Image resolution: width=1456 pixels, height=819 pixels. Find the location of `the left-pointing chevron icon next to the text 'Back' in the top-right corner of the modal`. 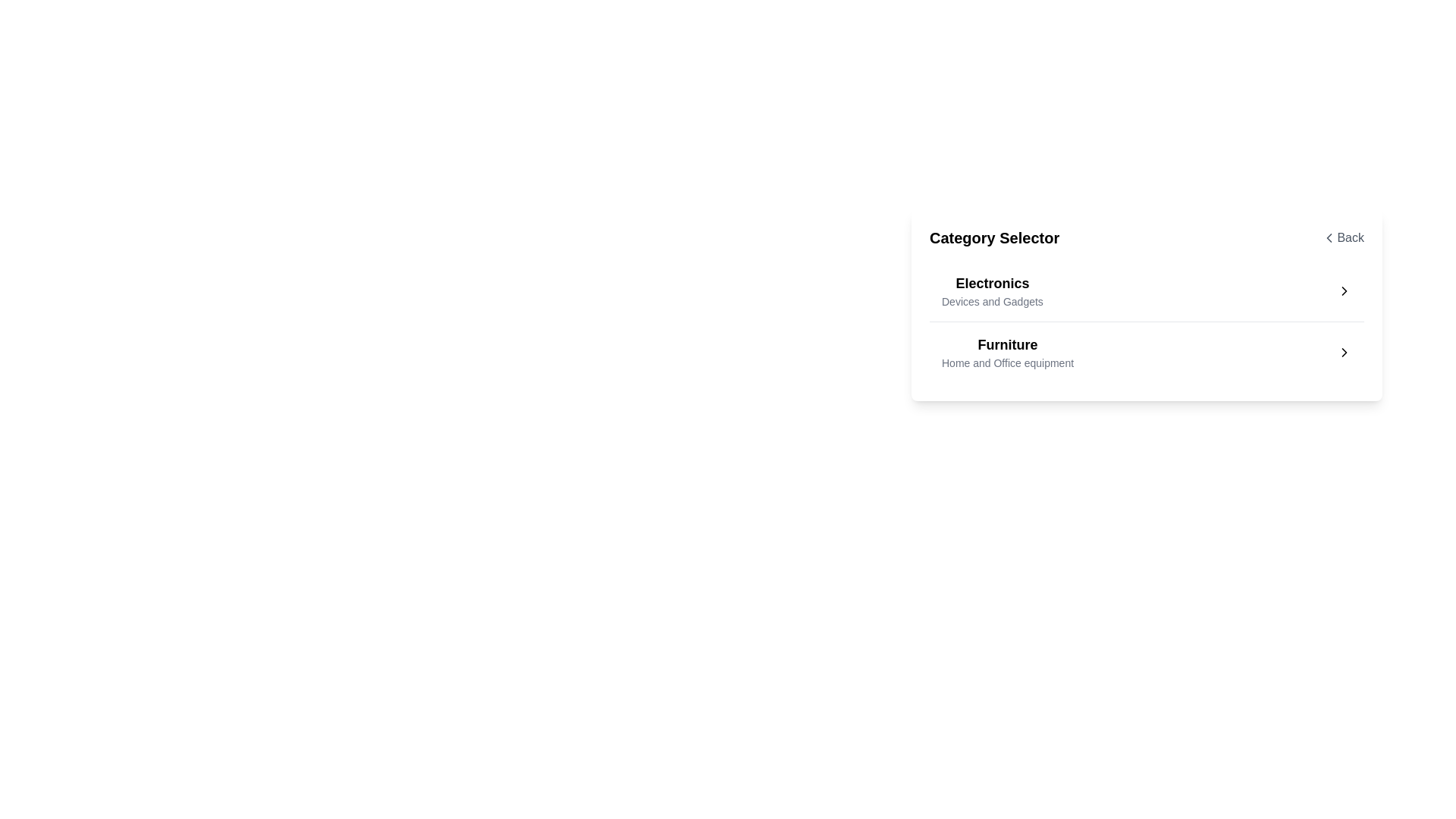

the left-pointing chevron icon next to the text 'Back' in the top-right corner of the modal is located at coordinates (1329, 237).